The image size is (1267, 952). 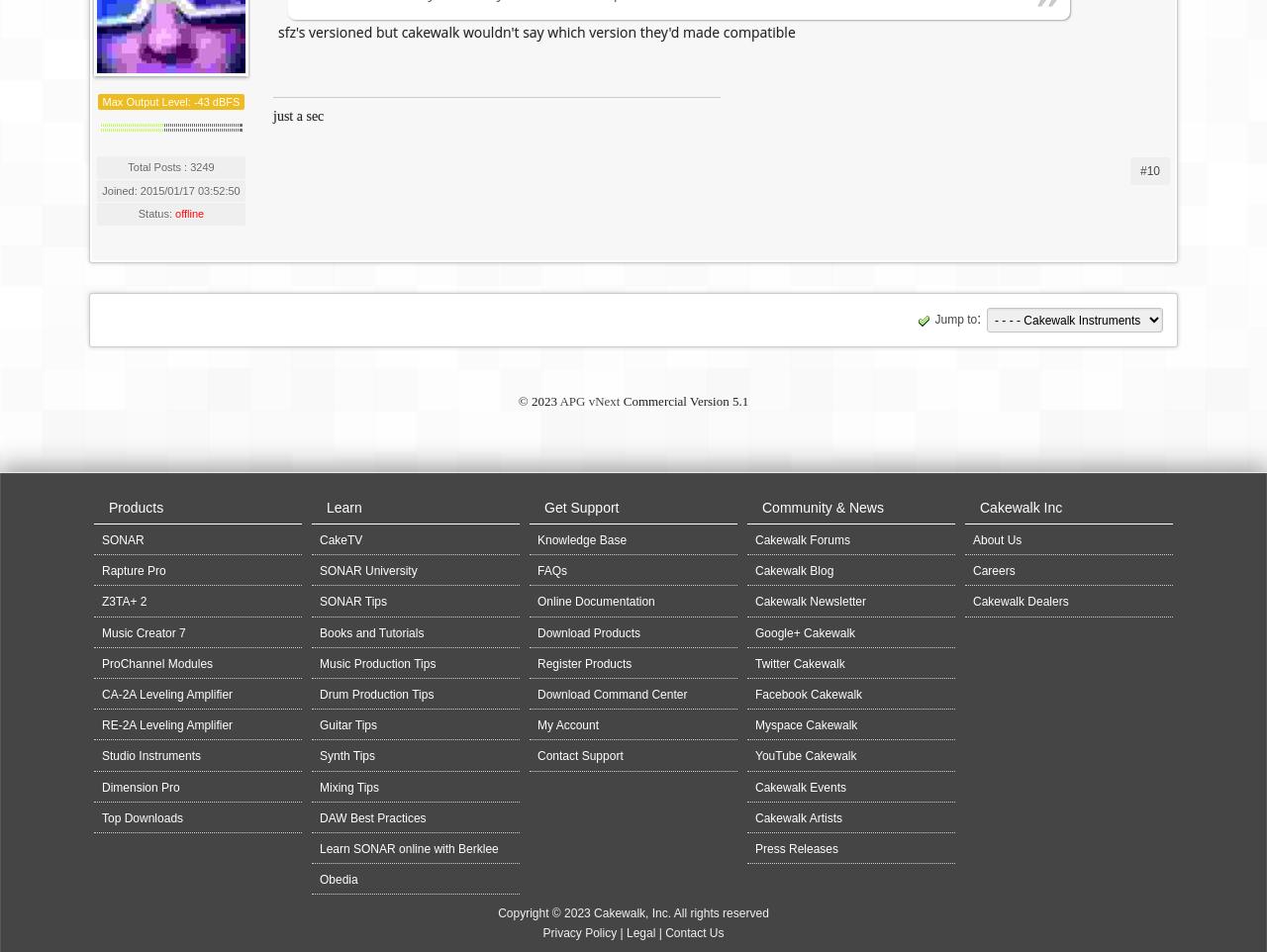 I want to click on 'Learn', so click(x=343, y=505).